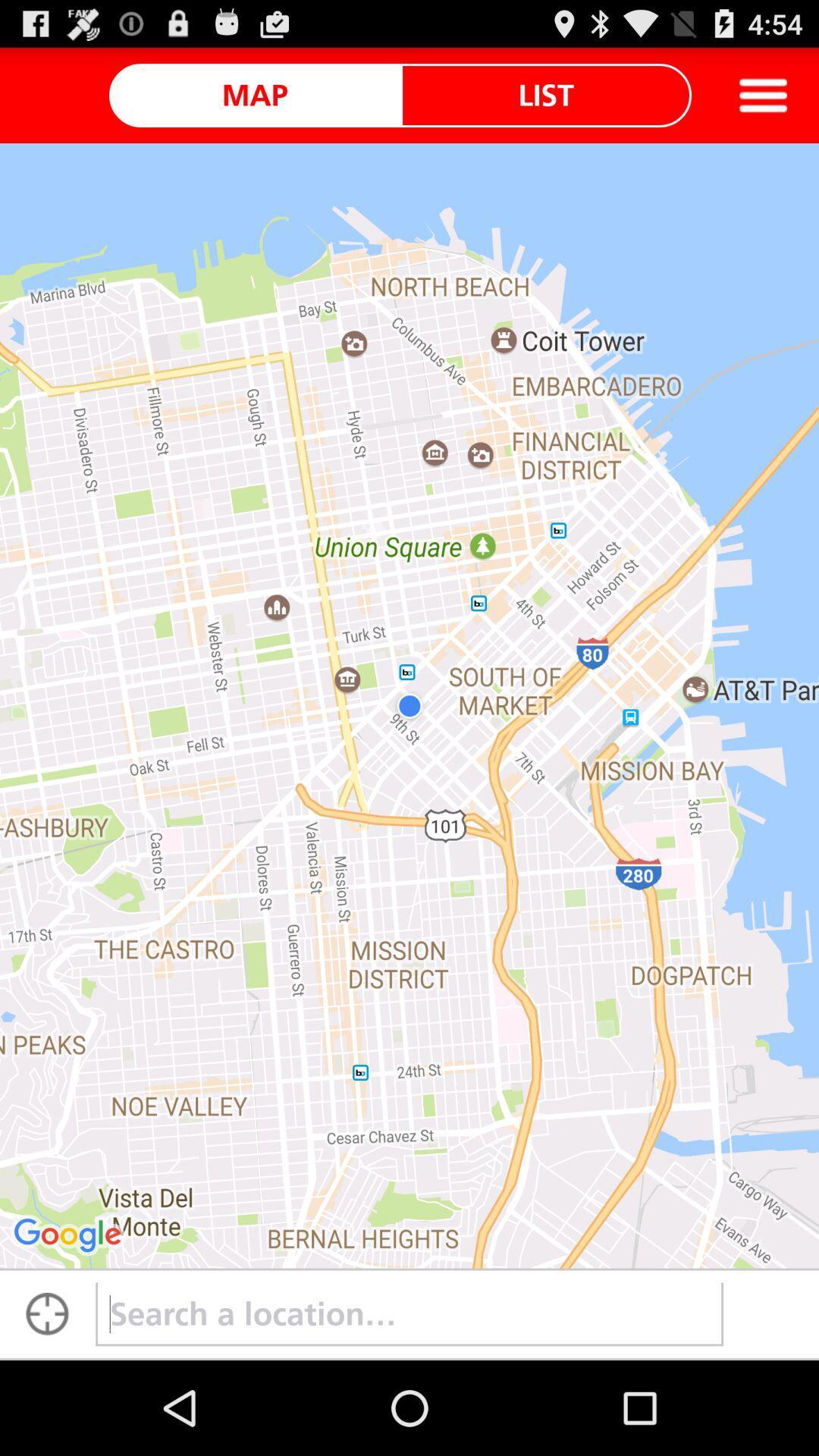 This screenshot has width=819, height=1456. What do you see at coordinates (546, 94) in the screenshot?
I see `list` at bounding box center [546, 94].